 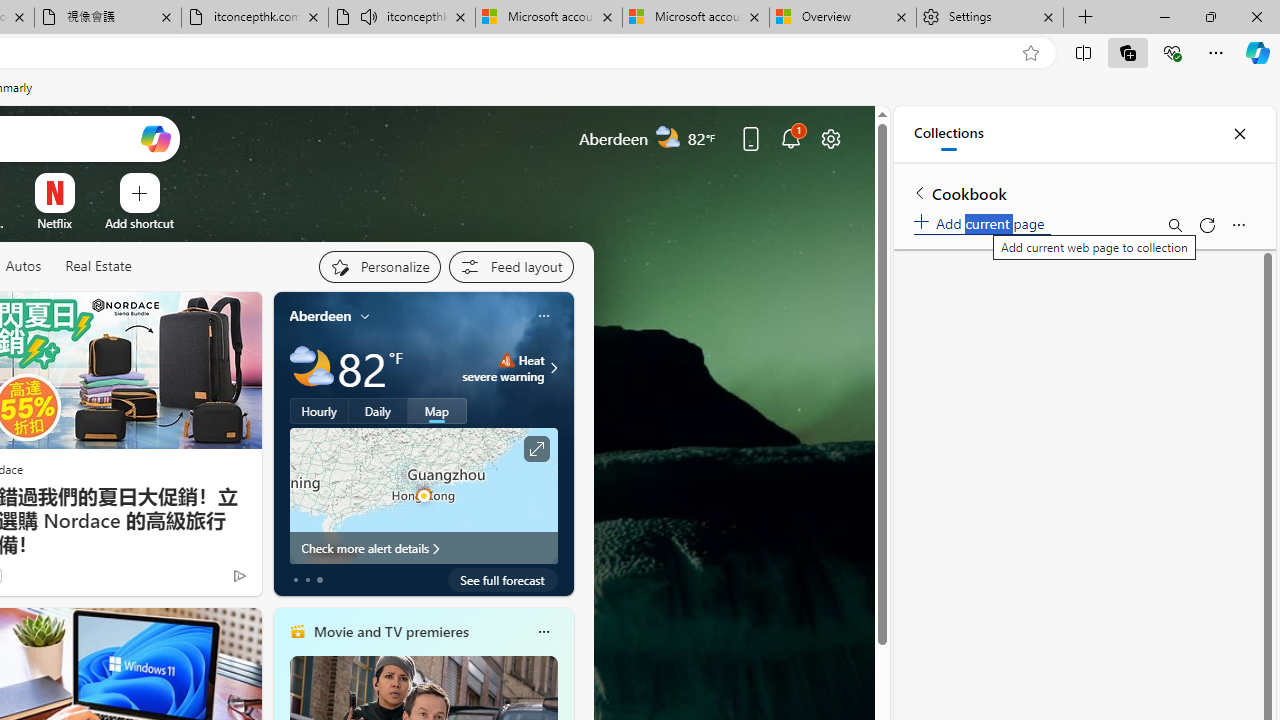 What do you see at coordinates (320, 315) in the screenshot?
I see `'Aberdeen'` at bounding box center [320, 315].